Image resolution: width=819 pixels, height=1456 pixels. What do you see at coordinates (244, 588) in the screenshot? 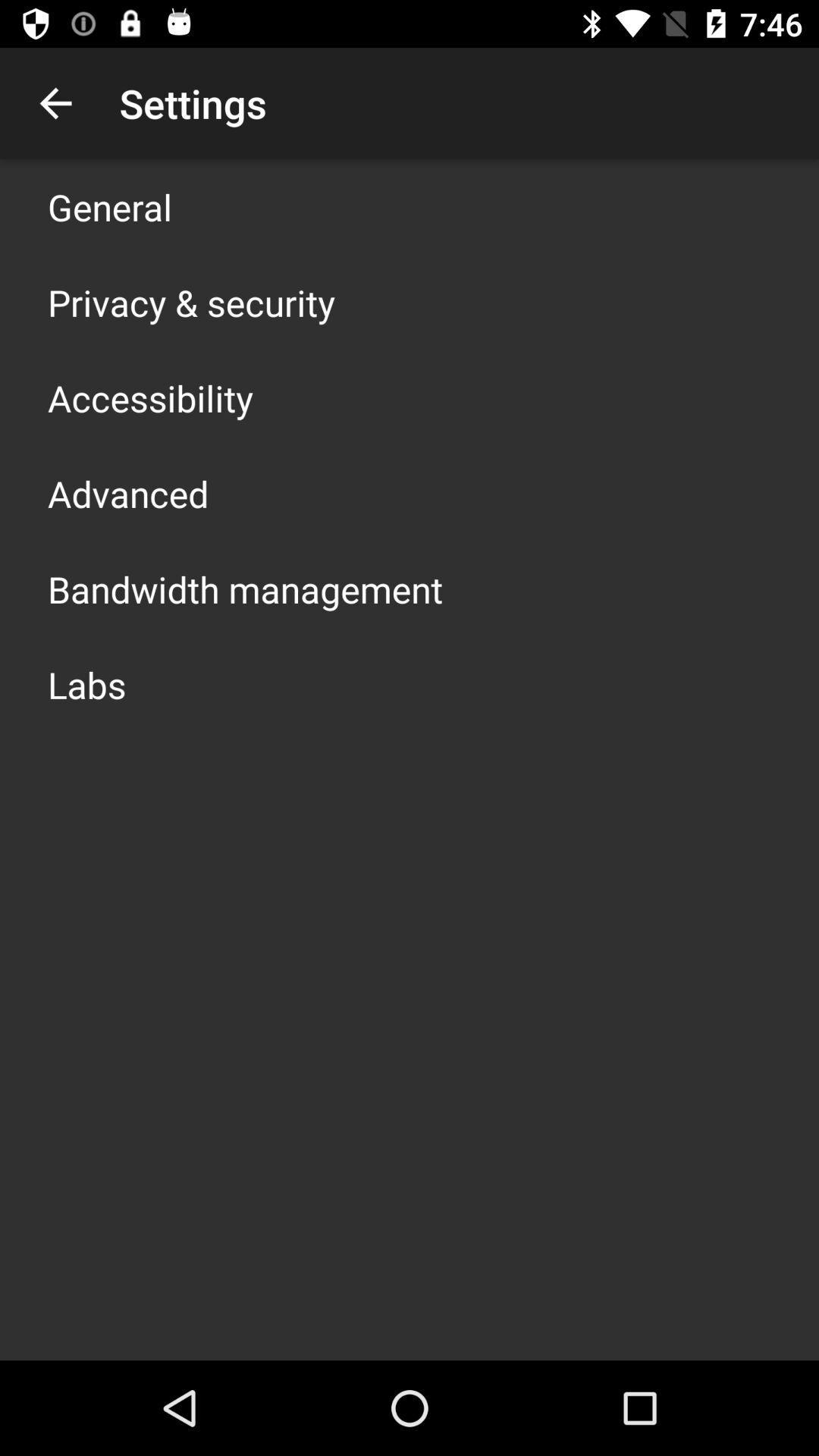
I see `the icon below advanced app` at bounding box center [244, 588].